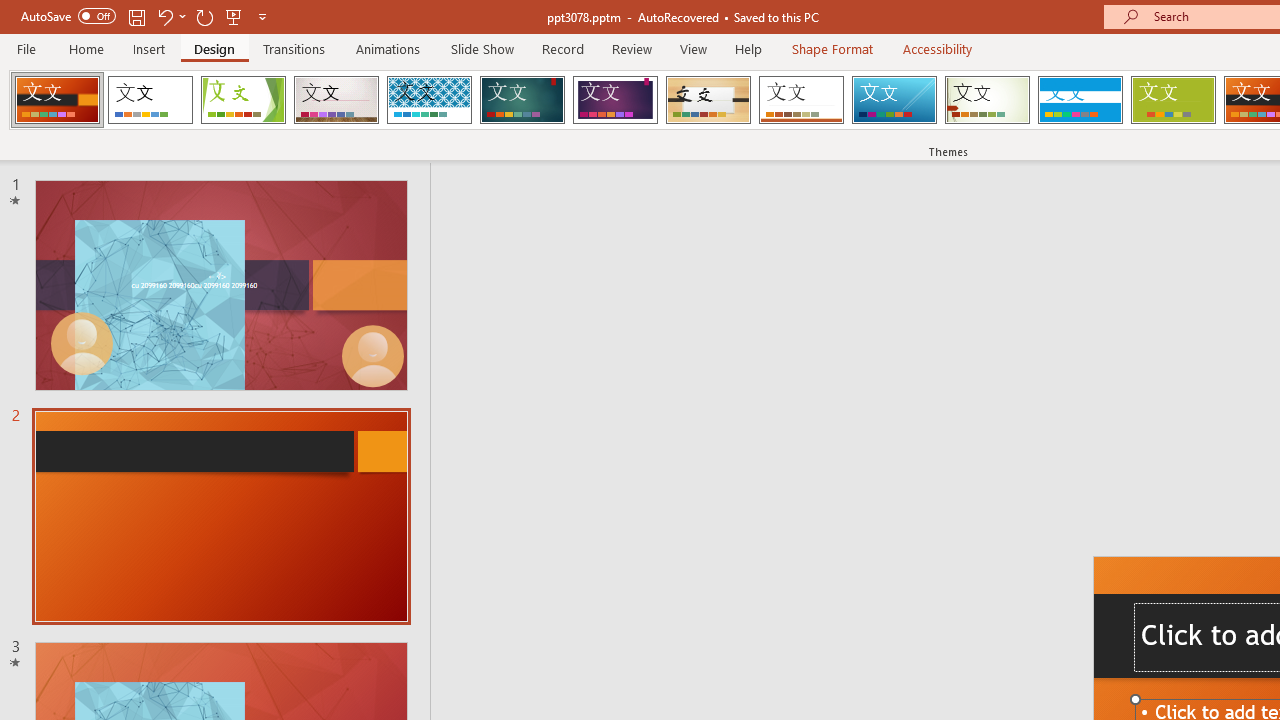  I want to click on 'Office Theme', so click(149, 100).